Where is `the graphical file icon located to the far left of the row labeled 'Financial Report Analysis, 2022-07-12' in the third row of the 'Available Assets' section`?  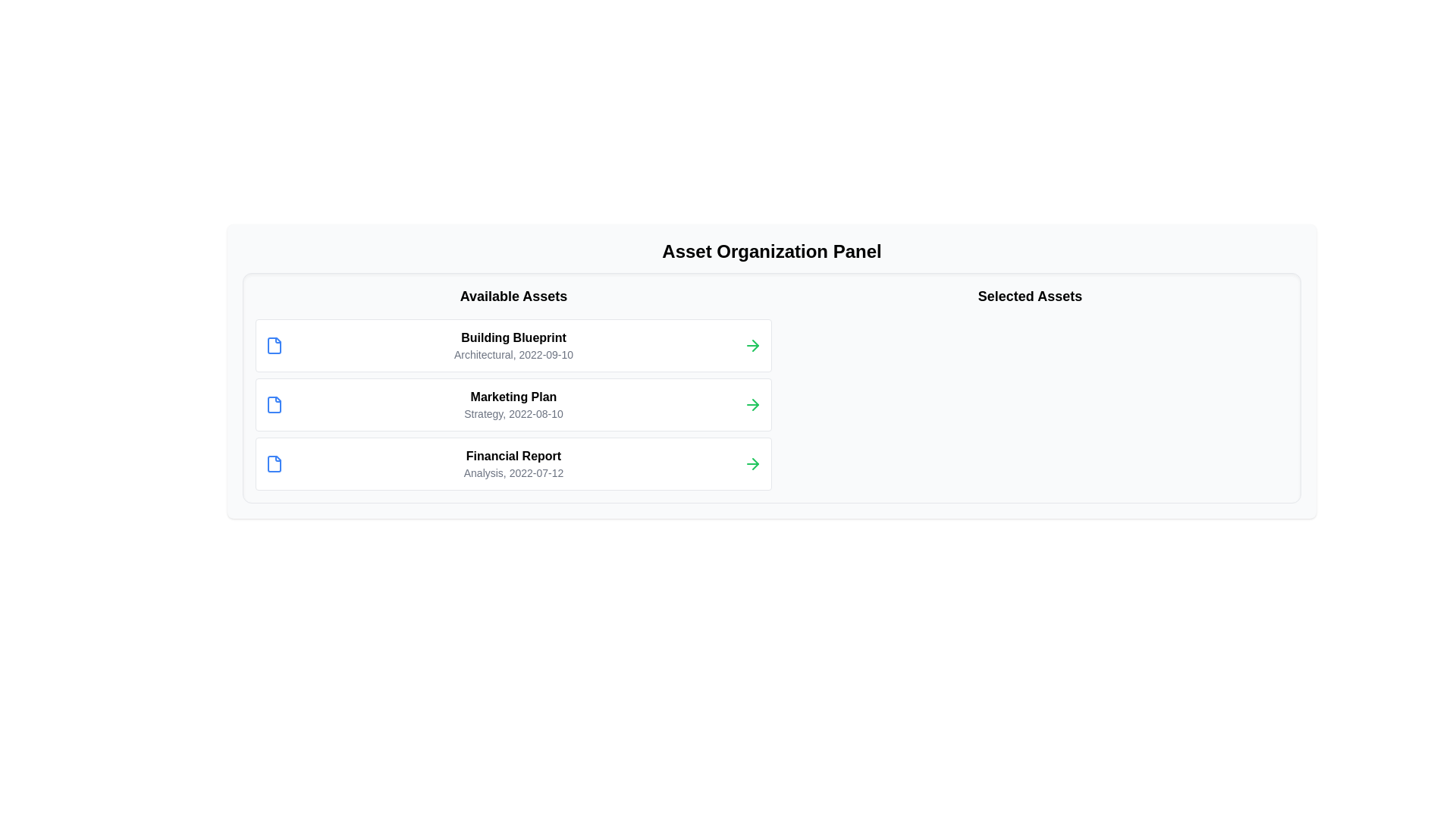 the graphical file icon located to the far left of the row labeled 'Financial Report Analysis, 2022-07-12' in the third row of the 'Available Assets' section is located at coordinates (274, 463).